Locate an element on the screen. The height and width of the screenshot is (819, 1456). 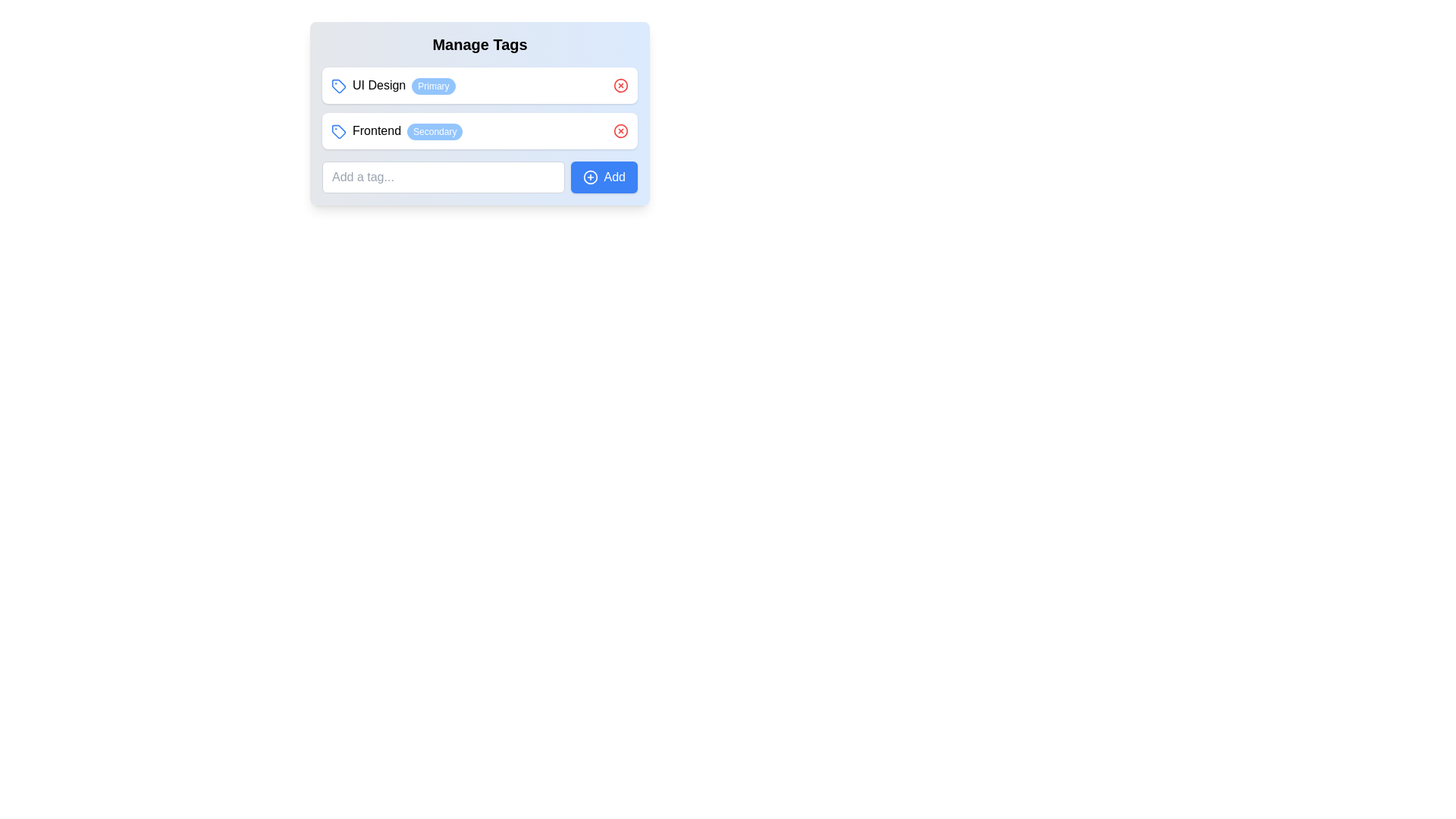
the label that provides additional information about the 'Frontend' entry, located to the right of the 'Frontend' text in the second row under 'Manage Tags' is located at coordinates (434, 130).